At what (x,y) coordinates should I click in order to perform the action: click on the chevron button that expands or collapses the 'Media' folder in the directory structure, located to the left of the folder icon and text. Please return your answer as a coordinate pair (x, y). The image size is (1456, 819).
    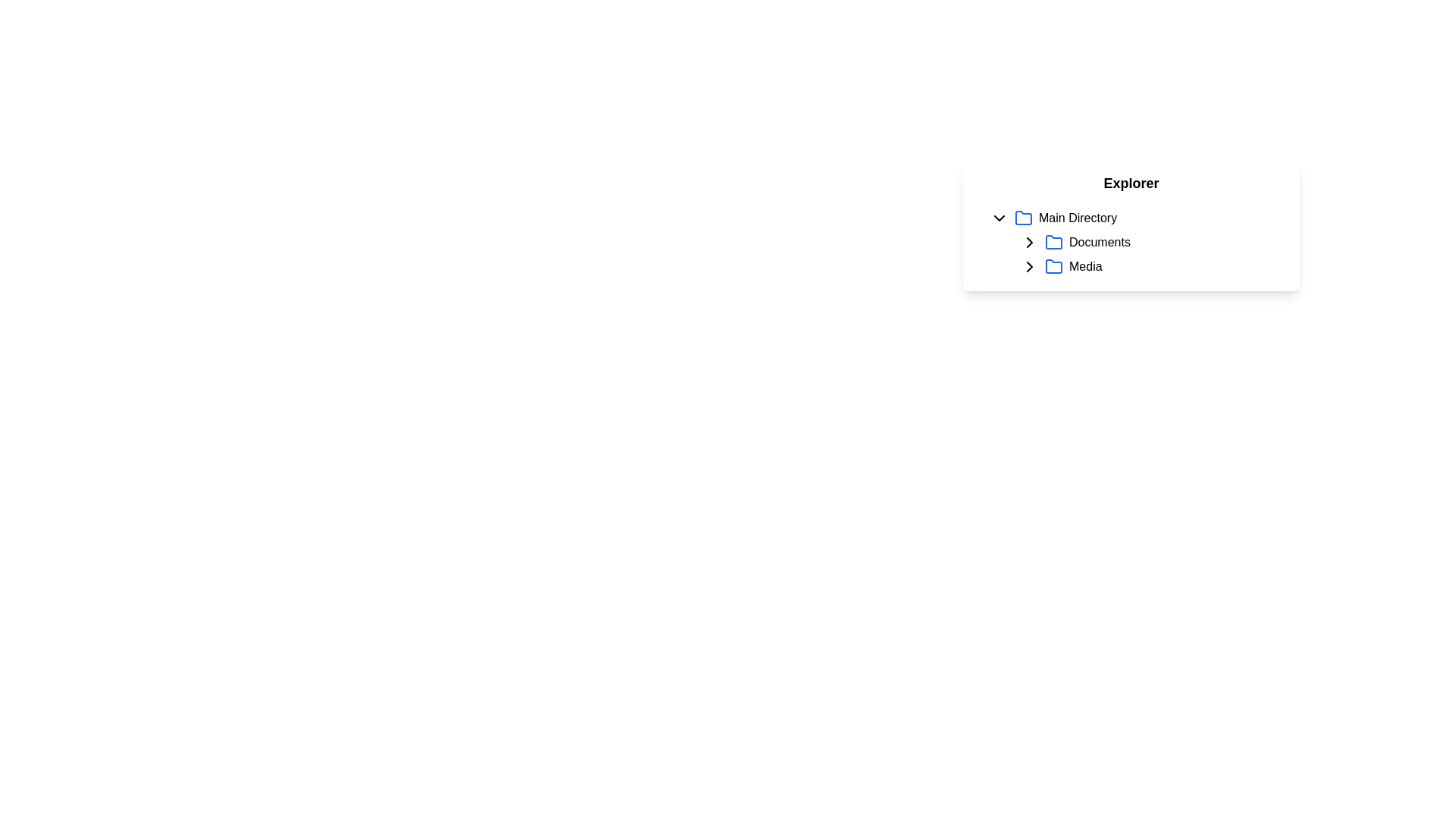
    Looking at the image, I should click on (1030, 265).